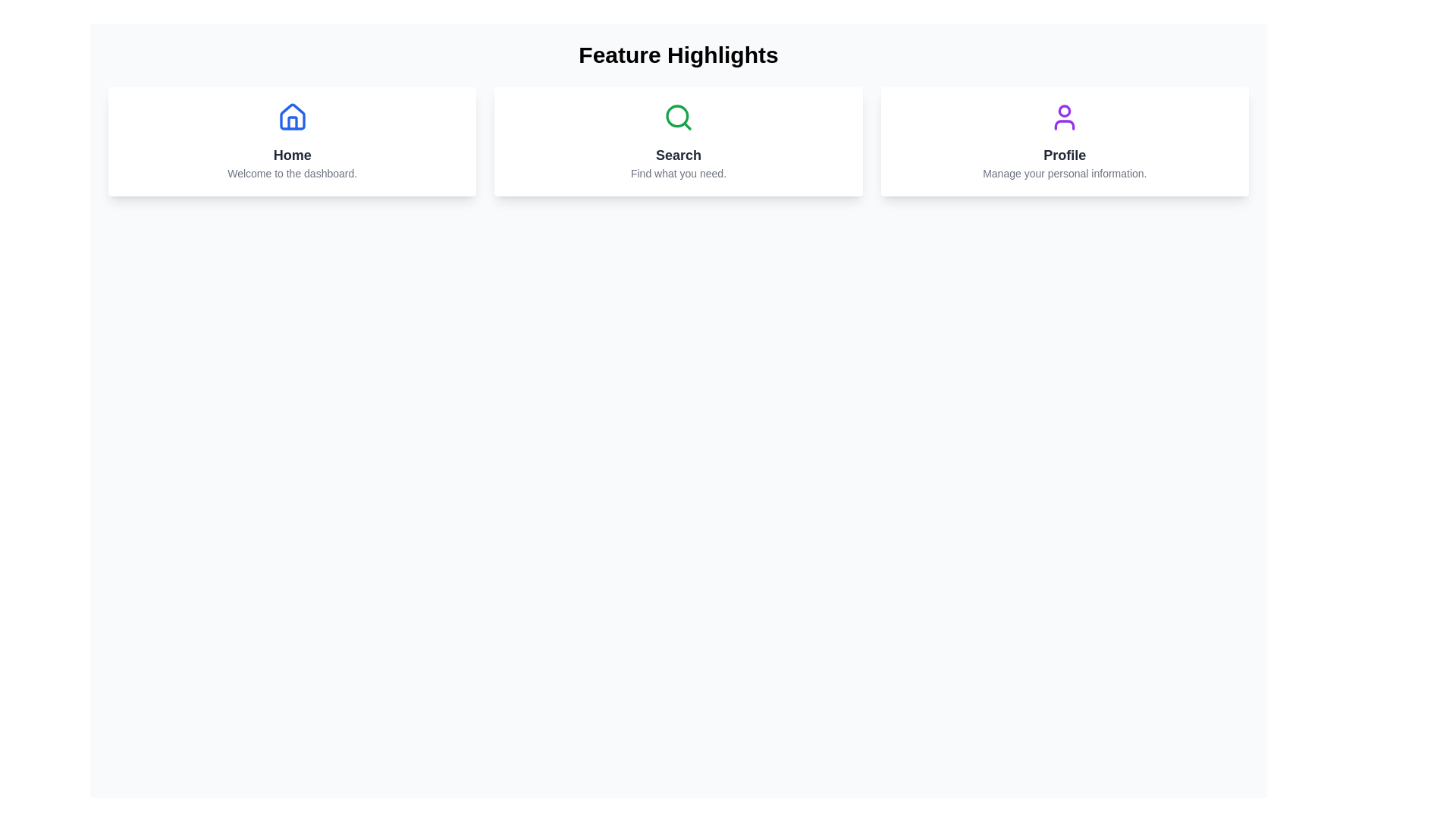 The width and height of the screenshot is (1456, 819). I want to click on the upper circular part of the profile icon located in the last card under the 'Feature Highlights' section, so click(1064, 110).